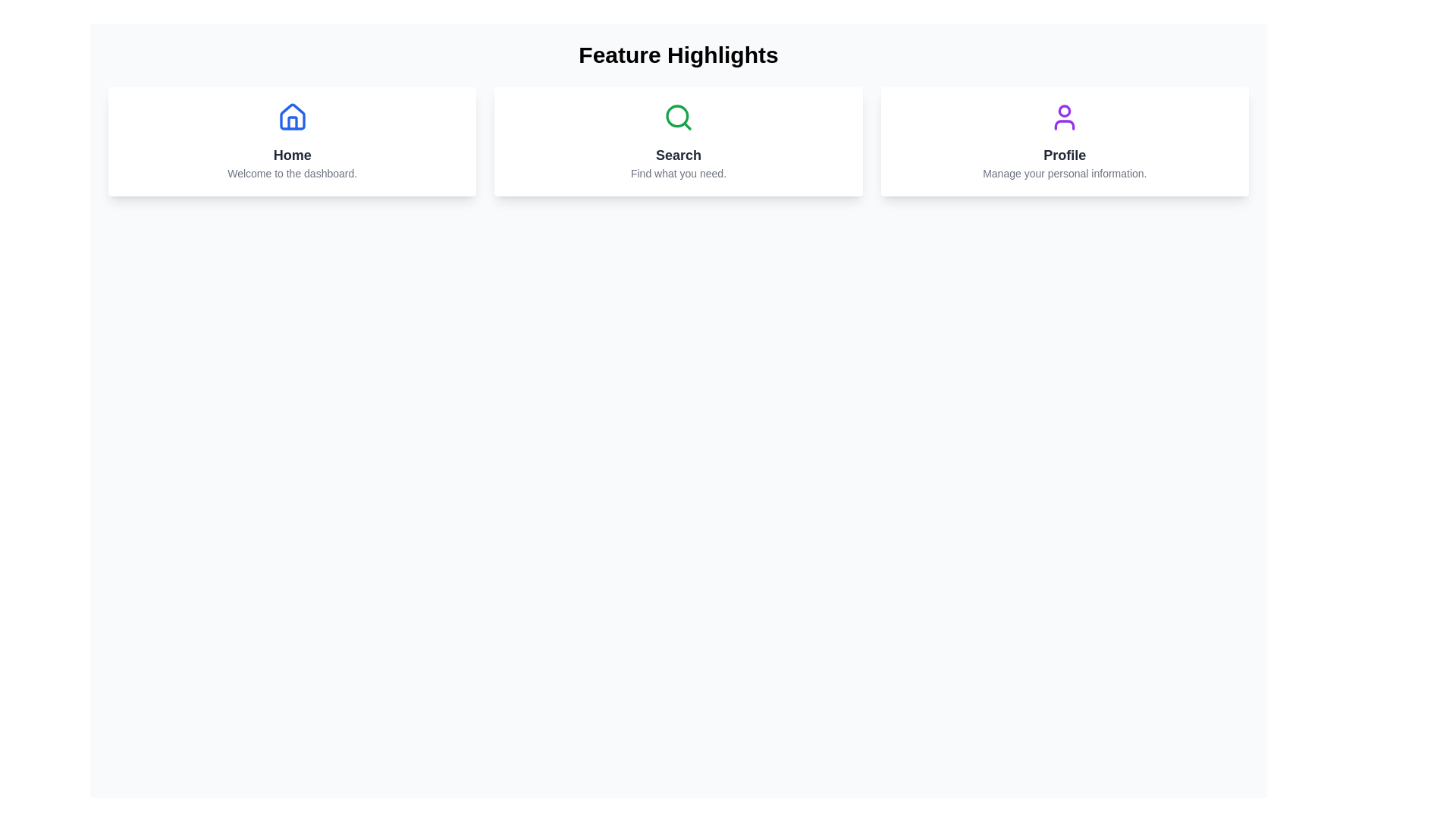 The width and height of the screenshot is (1456, 819). I want to click on the upper circular part of the profile icon located in the last card under the 'Feature Highlights' section, so click(1064, 110).